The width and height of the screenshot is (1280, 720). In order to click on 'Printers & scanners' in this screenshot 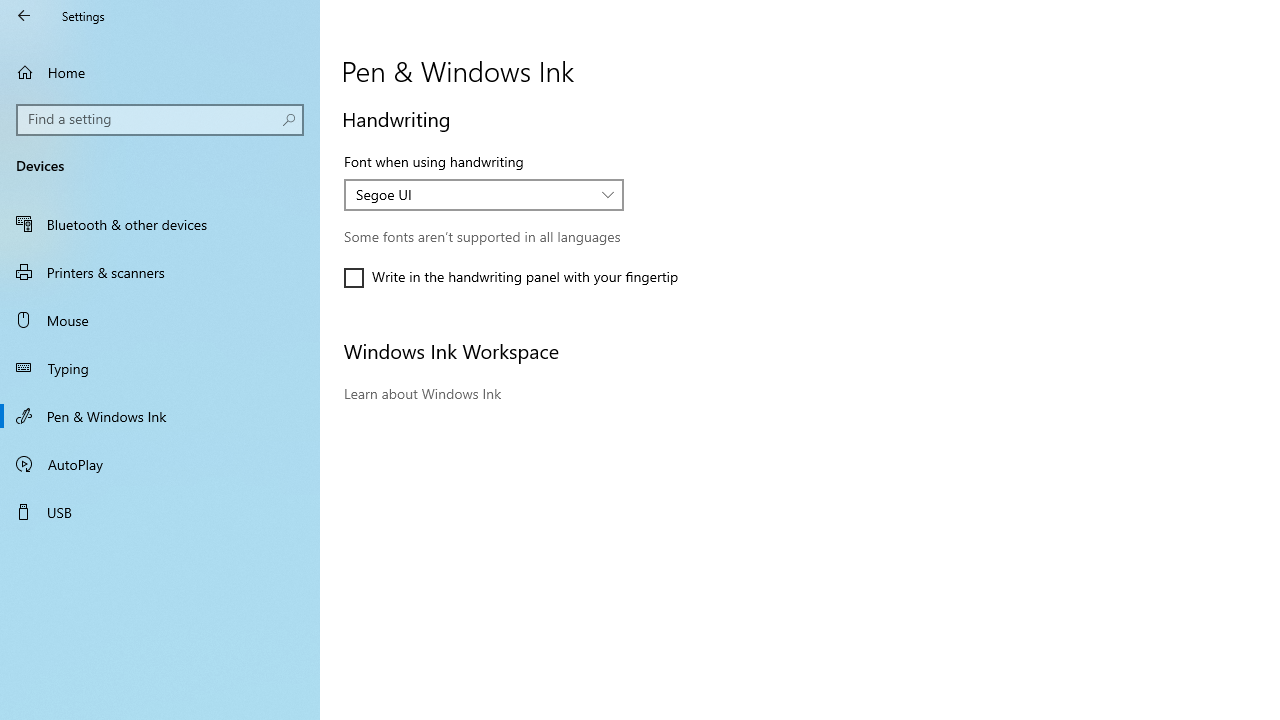, I will do `click(160, 271)`.